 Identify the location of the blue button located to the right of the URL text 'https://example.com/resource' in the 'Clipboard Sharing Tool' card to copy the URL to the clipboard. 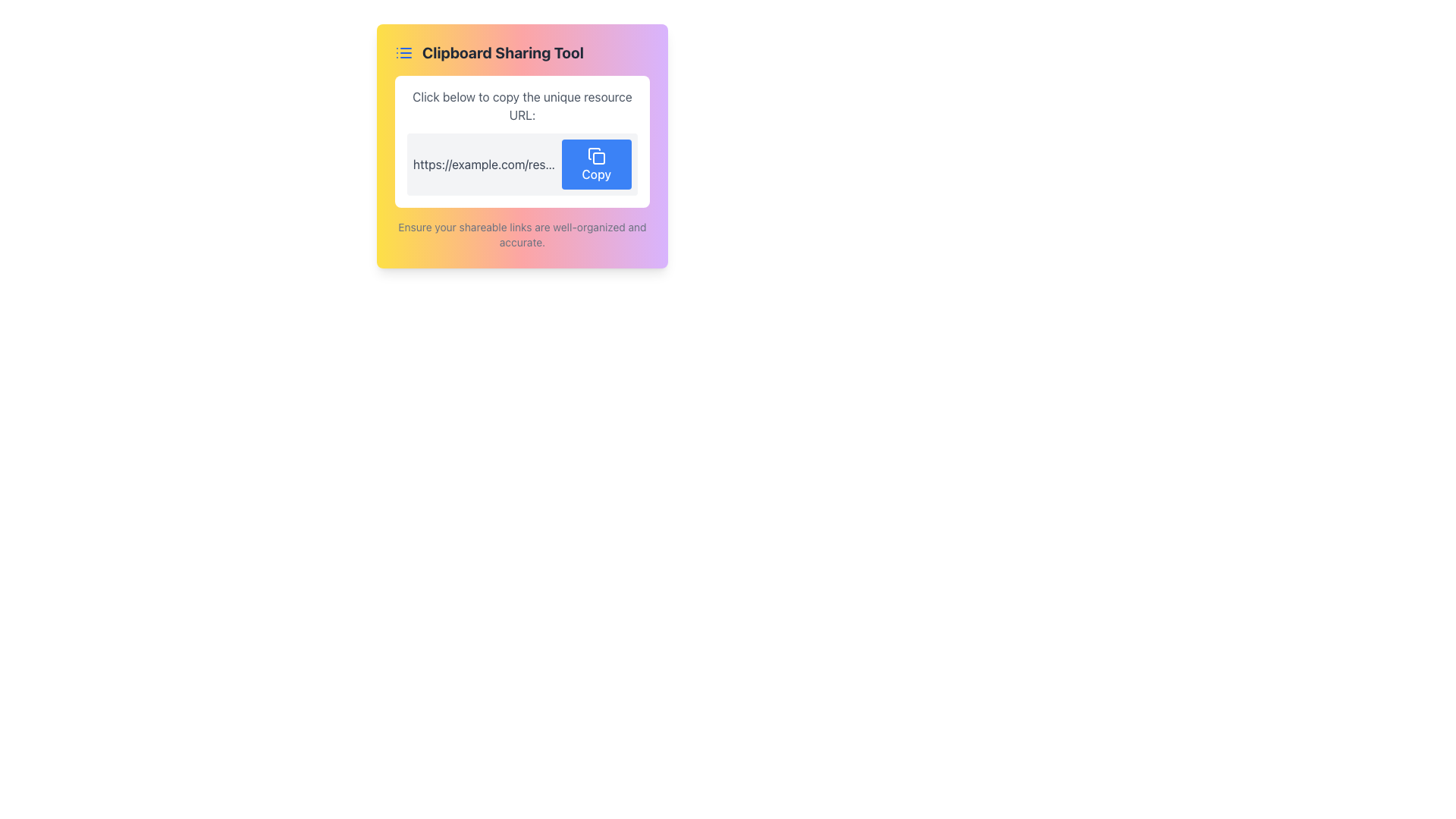
(595, 164).